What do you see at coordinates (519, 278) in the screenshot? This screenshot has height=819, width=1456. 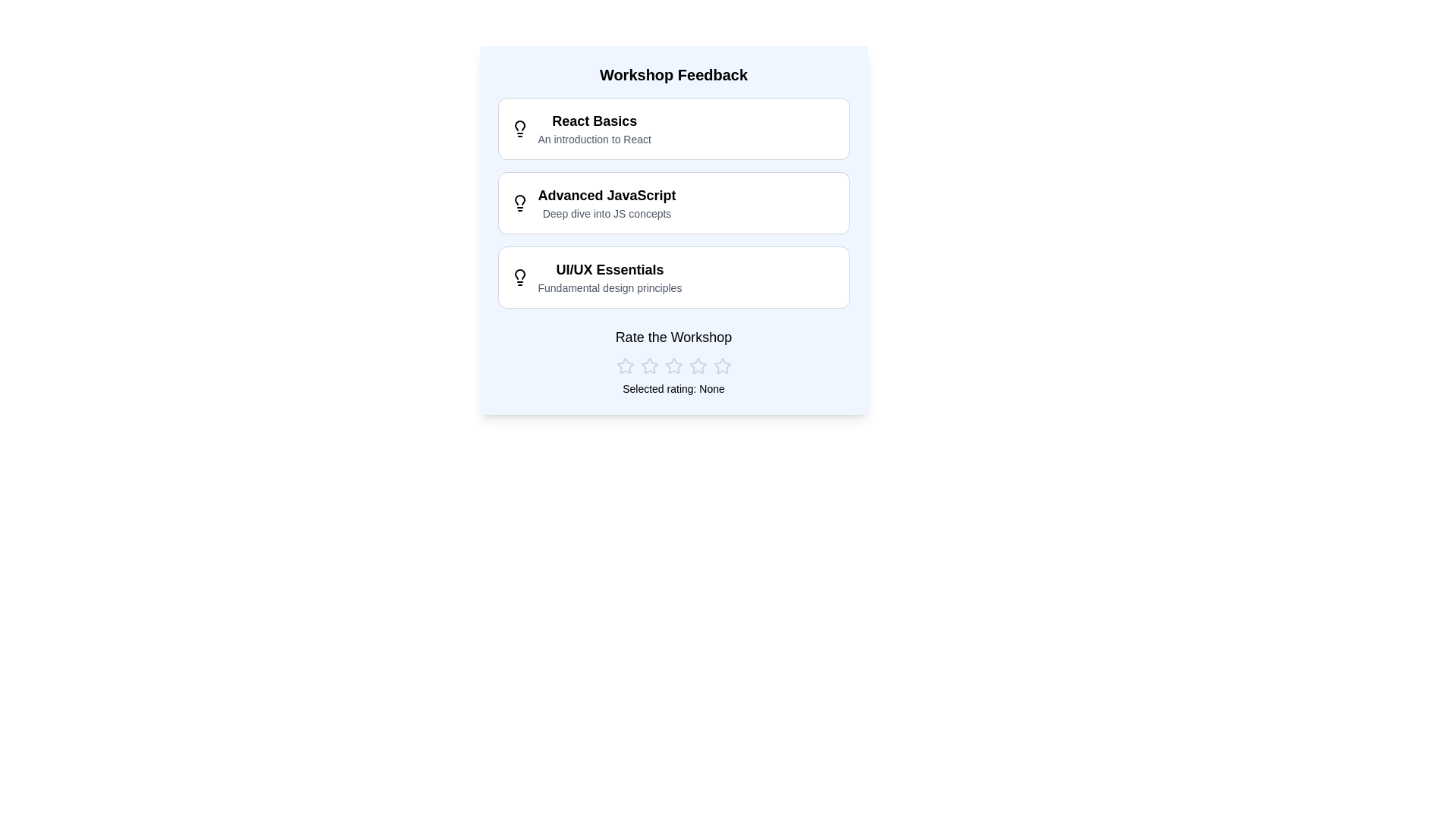 I see `the icon associated with the text 'UI/UX Essentials' located at the leftmost side of the third list item in the 'Workshop Feedback' panel` at bounding box center [519, 278].